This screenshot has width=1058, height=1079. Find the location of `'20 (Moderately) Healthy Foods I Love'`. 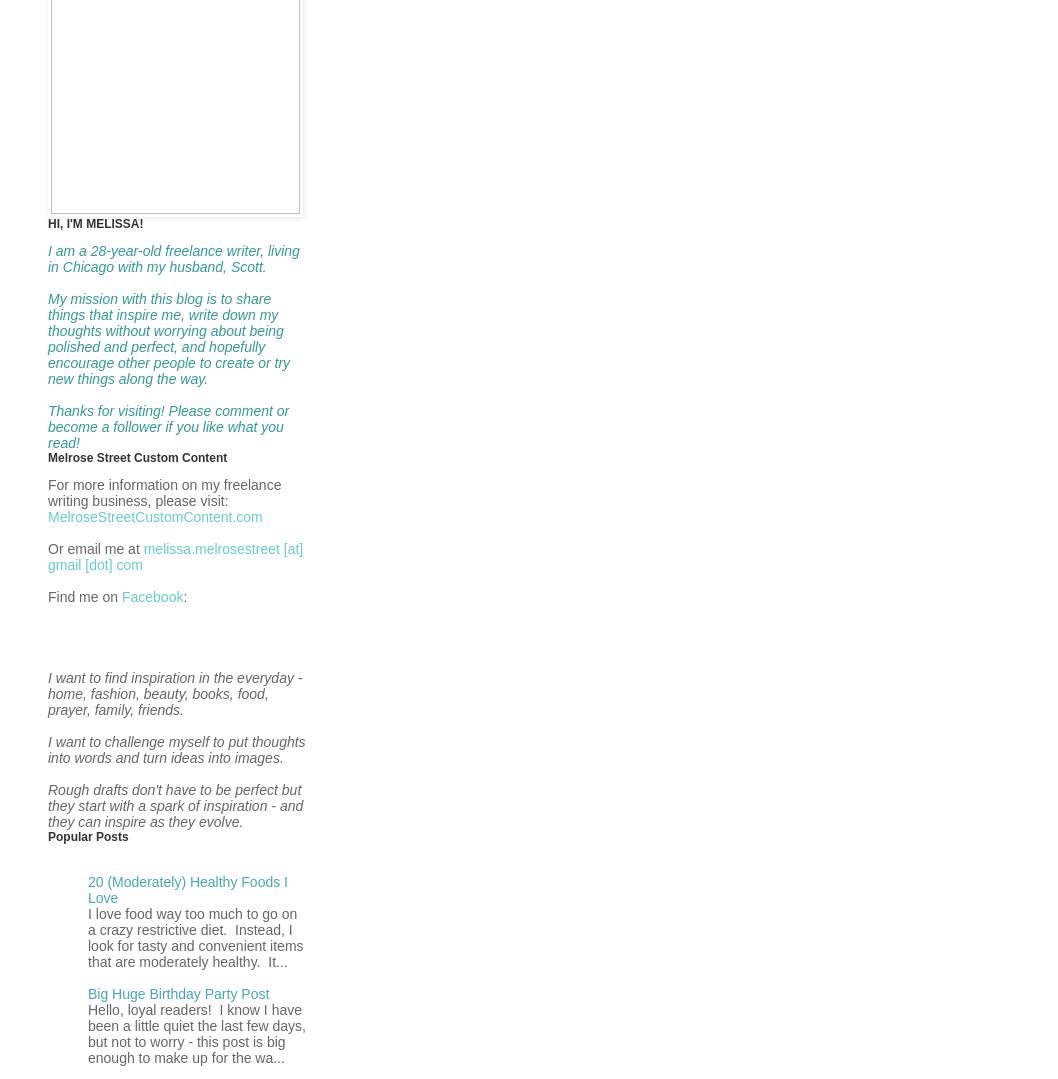

'20 (Moderately) Healthy Foods I Love' is located at coordinates (88, 887).